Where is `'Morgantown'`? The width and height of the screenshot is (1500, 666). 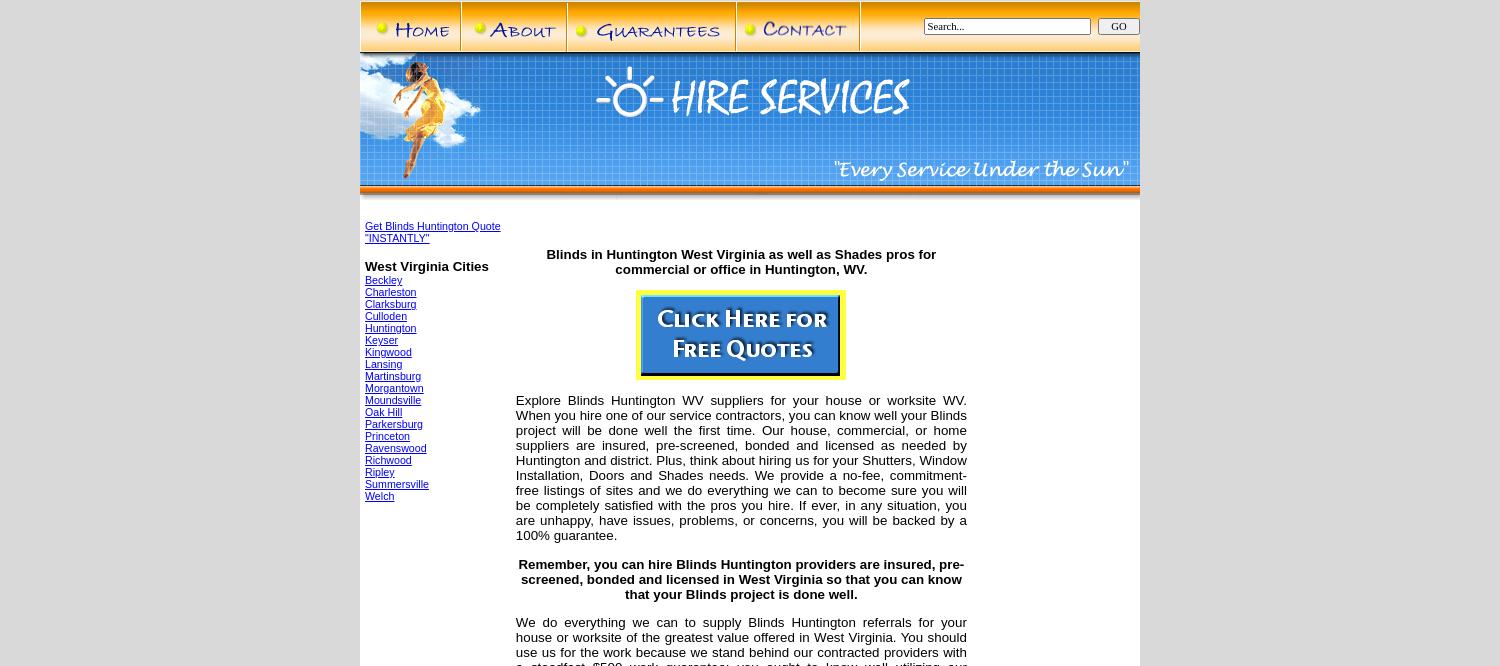 'Morgantown' is located at coordinates (394, 388).